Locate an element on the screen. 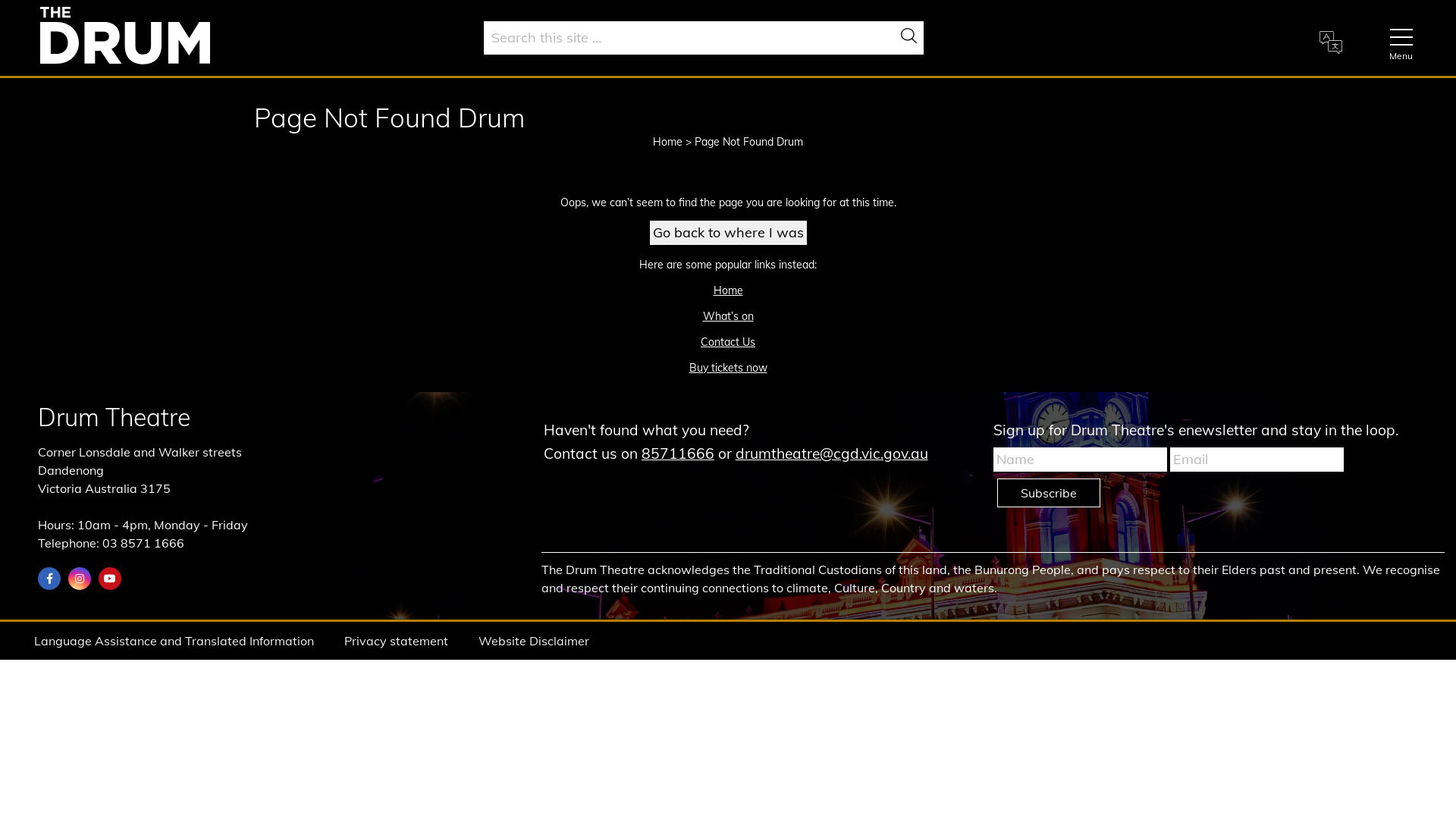  'Privacy statement' is located at coordinates (396, 640).